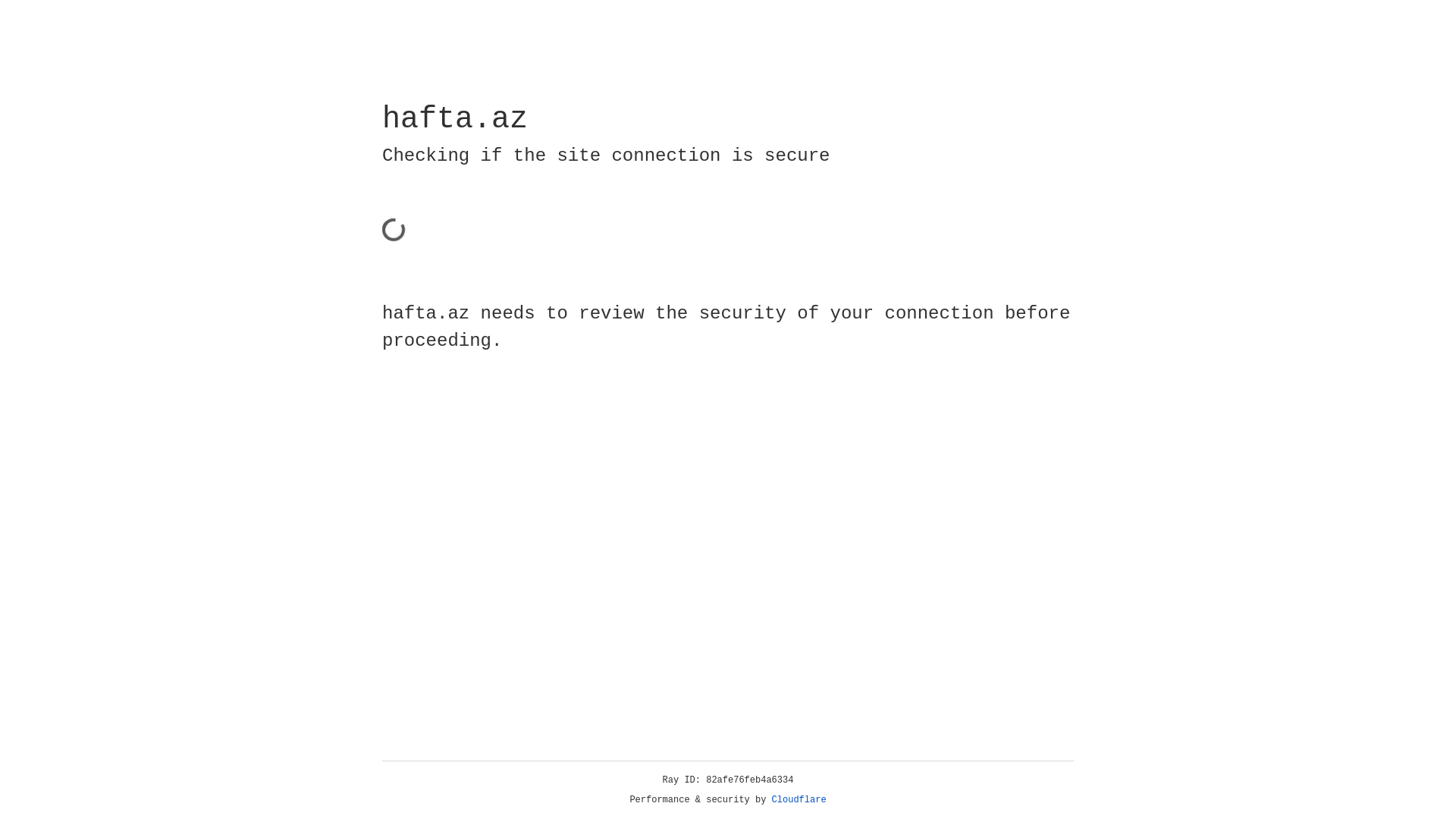 This screenshot has height=819, width=1456. I want to click on 'Cloudflare', so click(771, 799).